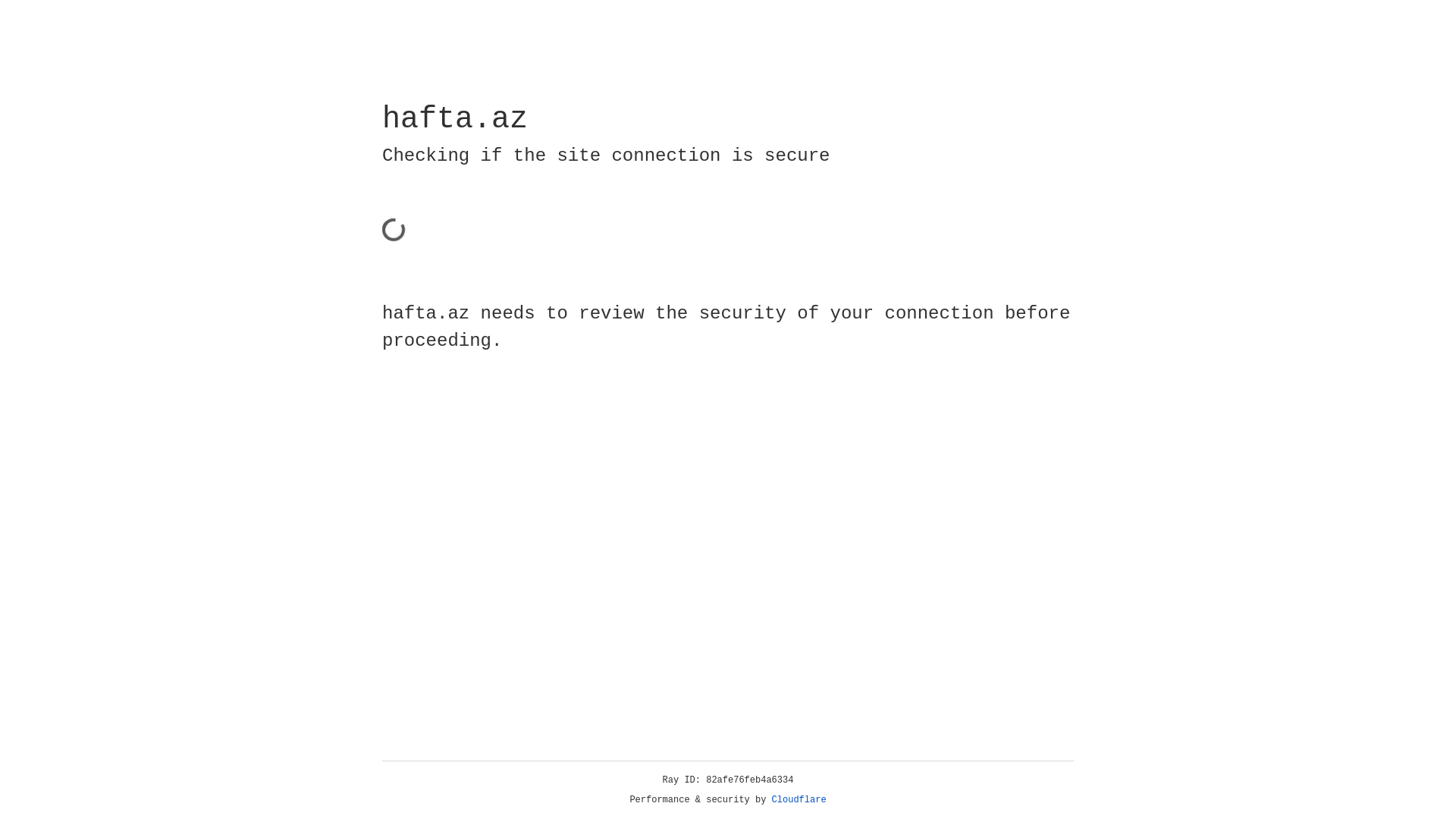 This screenshot has height=819, width=1456. I want to click on 'Cloudflare', so click(771, 799).